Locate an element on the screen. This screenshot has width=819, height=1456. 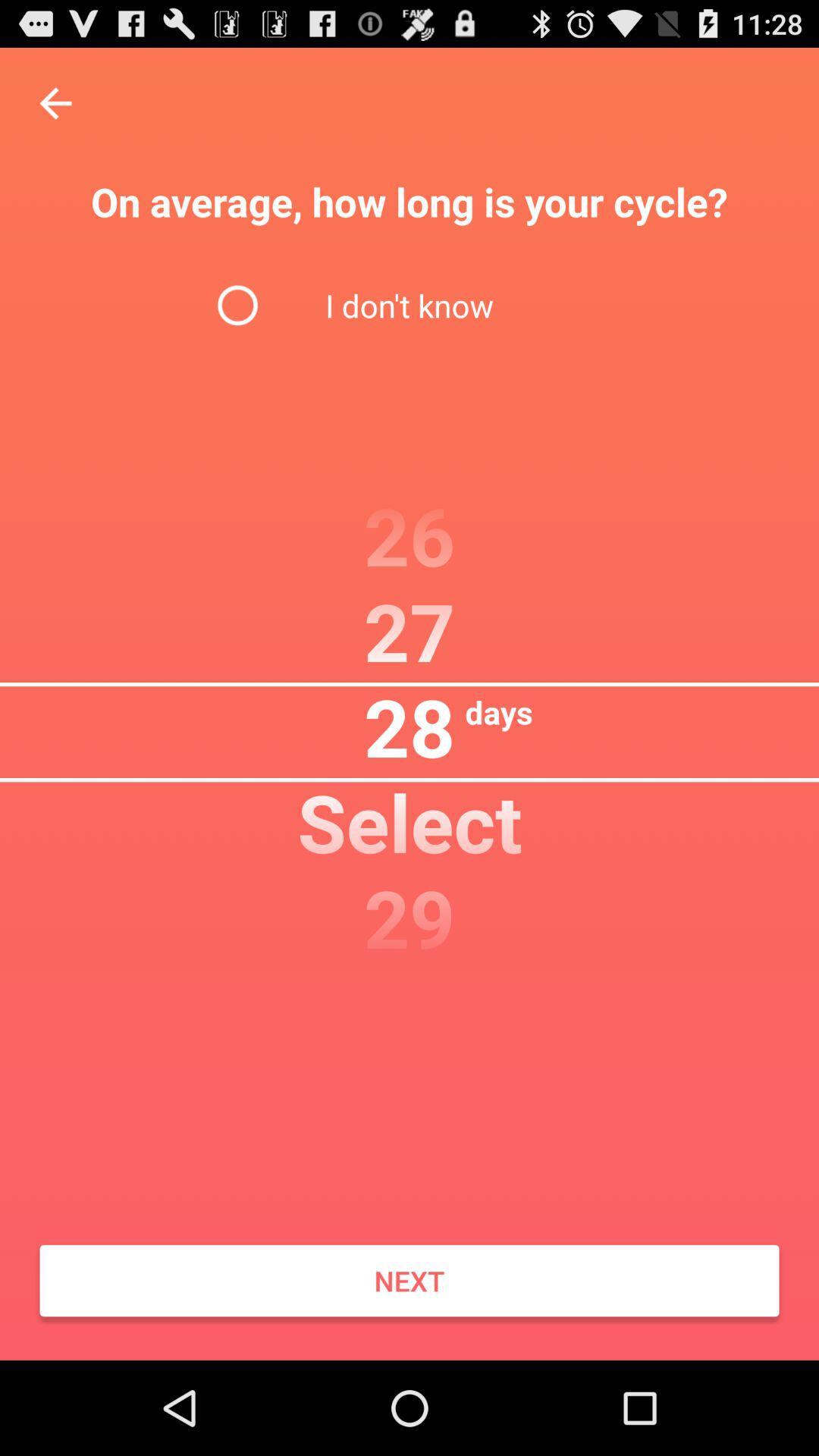
cycle length is located at coordinates (55, 102).